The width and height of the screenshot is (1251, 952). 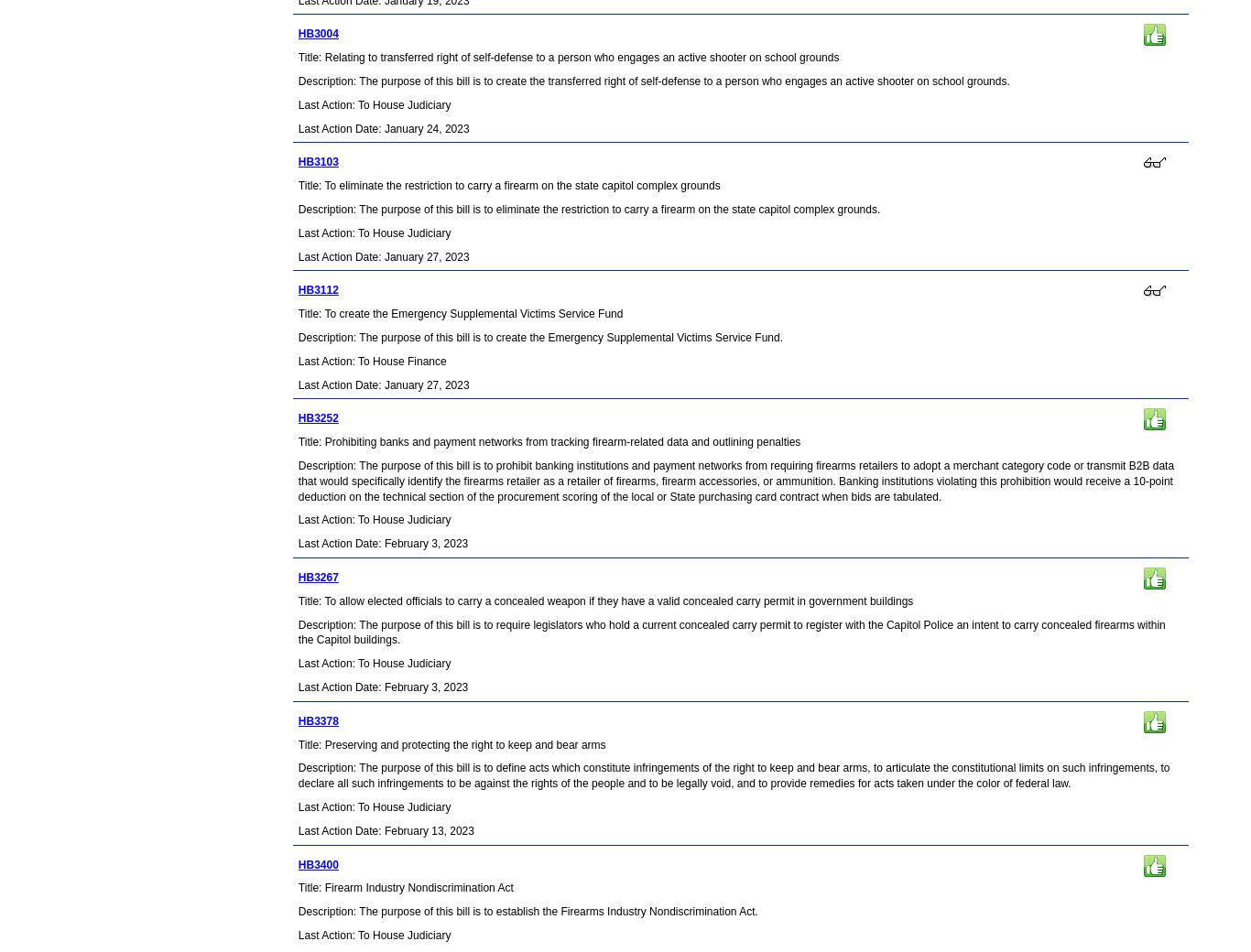 I want to click on 'HB3400', so click(x=316, y=864).